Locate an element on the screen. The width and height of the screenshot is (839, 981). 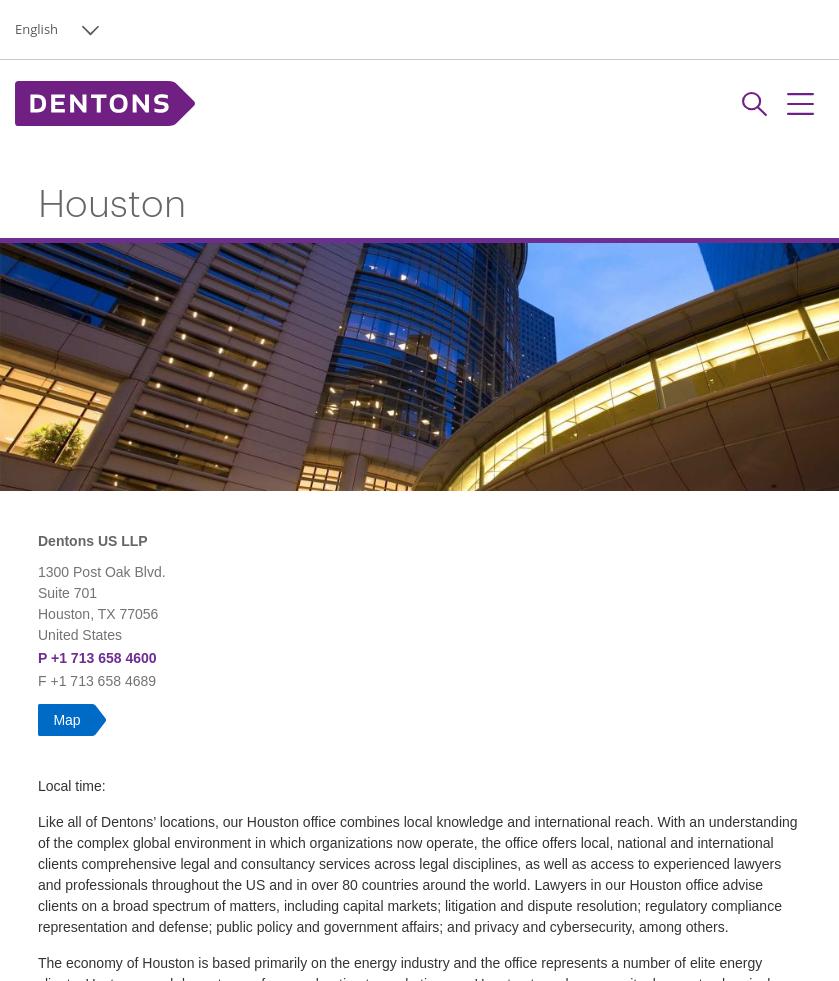
'F' is located at coordinates (43, 680).